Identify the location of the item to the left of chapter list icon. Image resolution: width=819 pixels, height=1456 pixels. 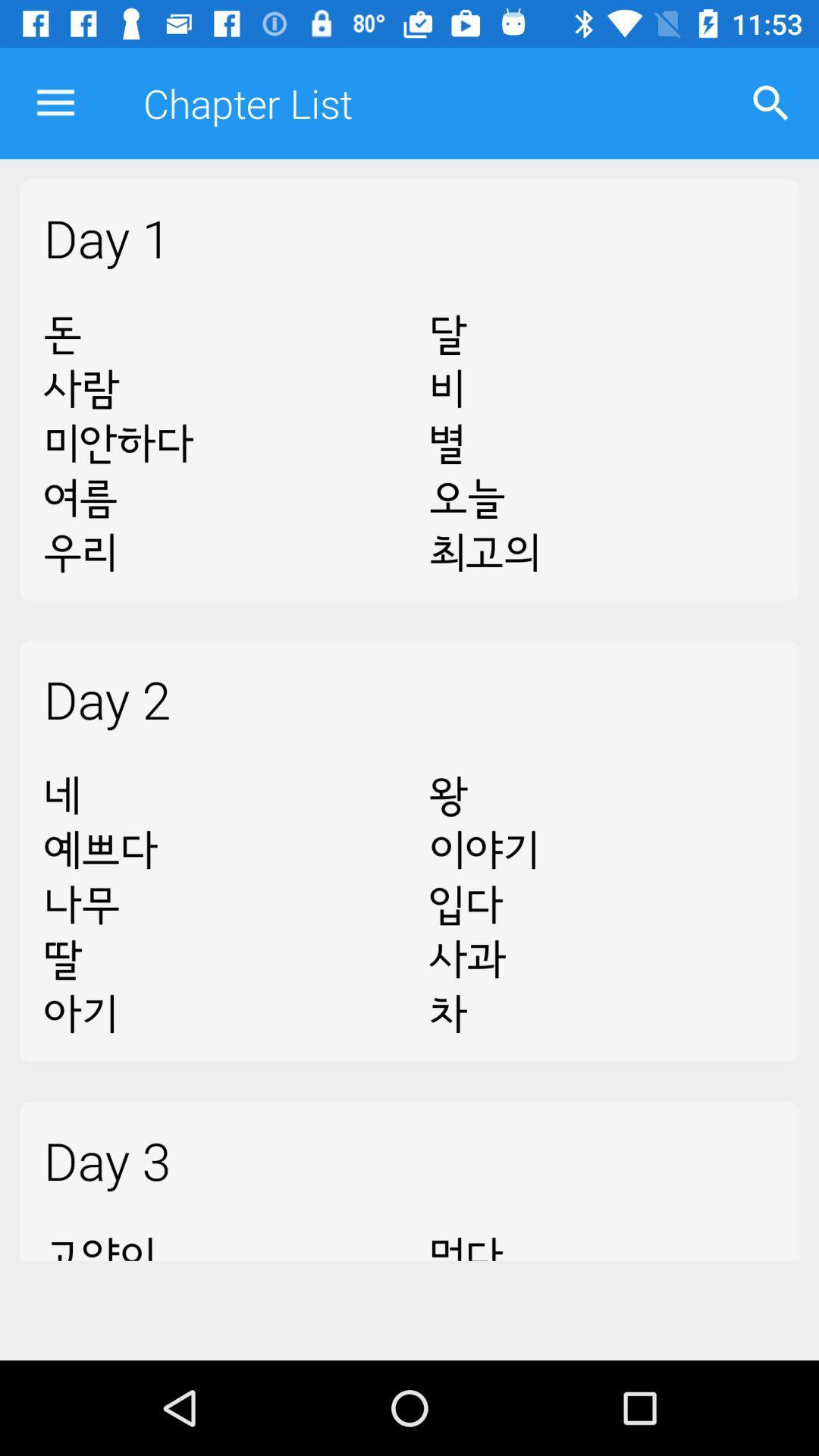
(55, 102).